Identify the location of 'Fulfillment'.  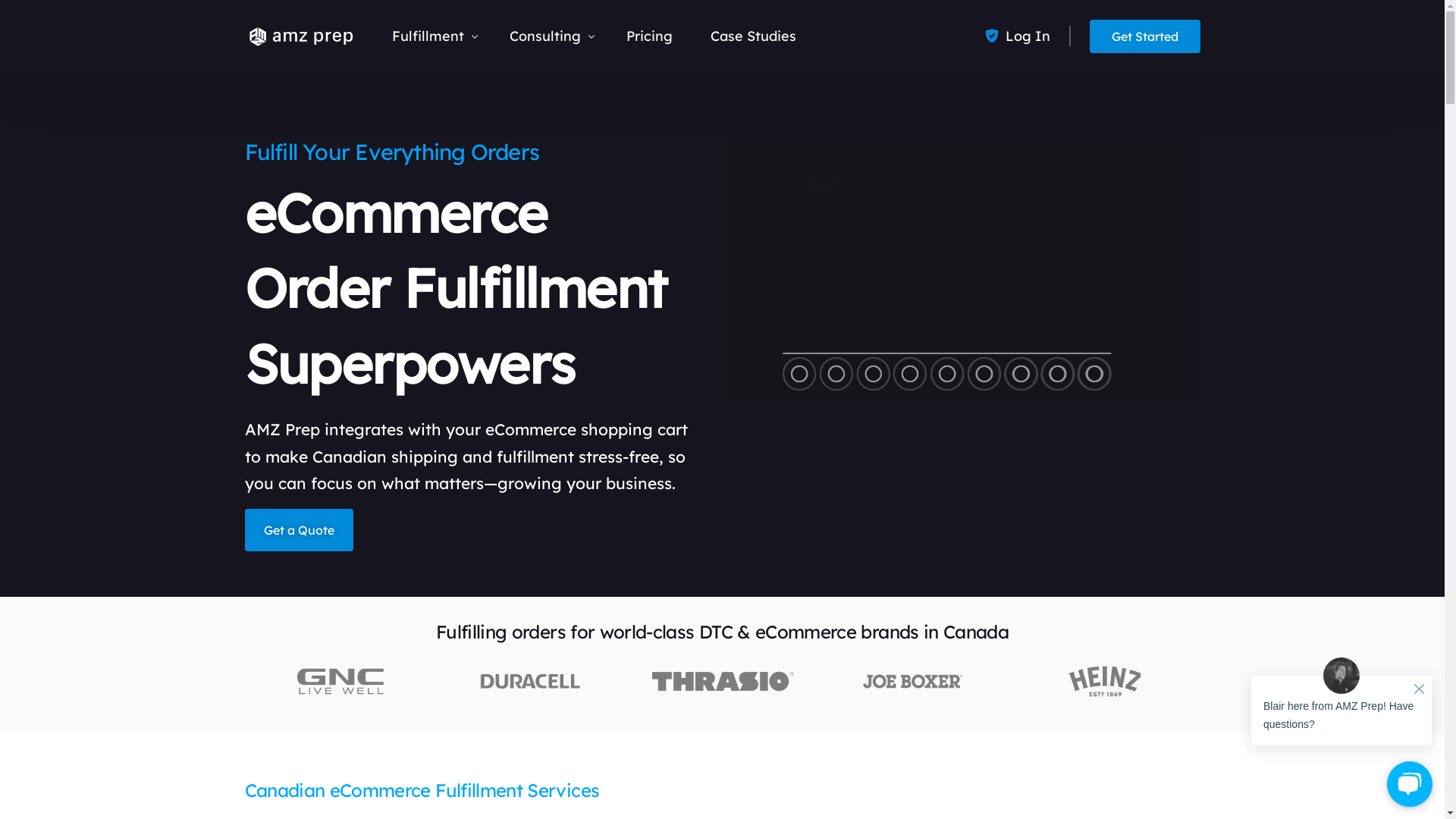
(372, 35).